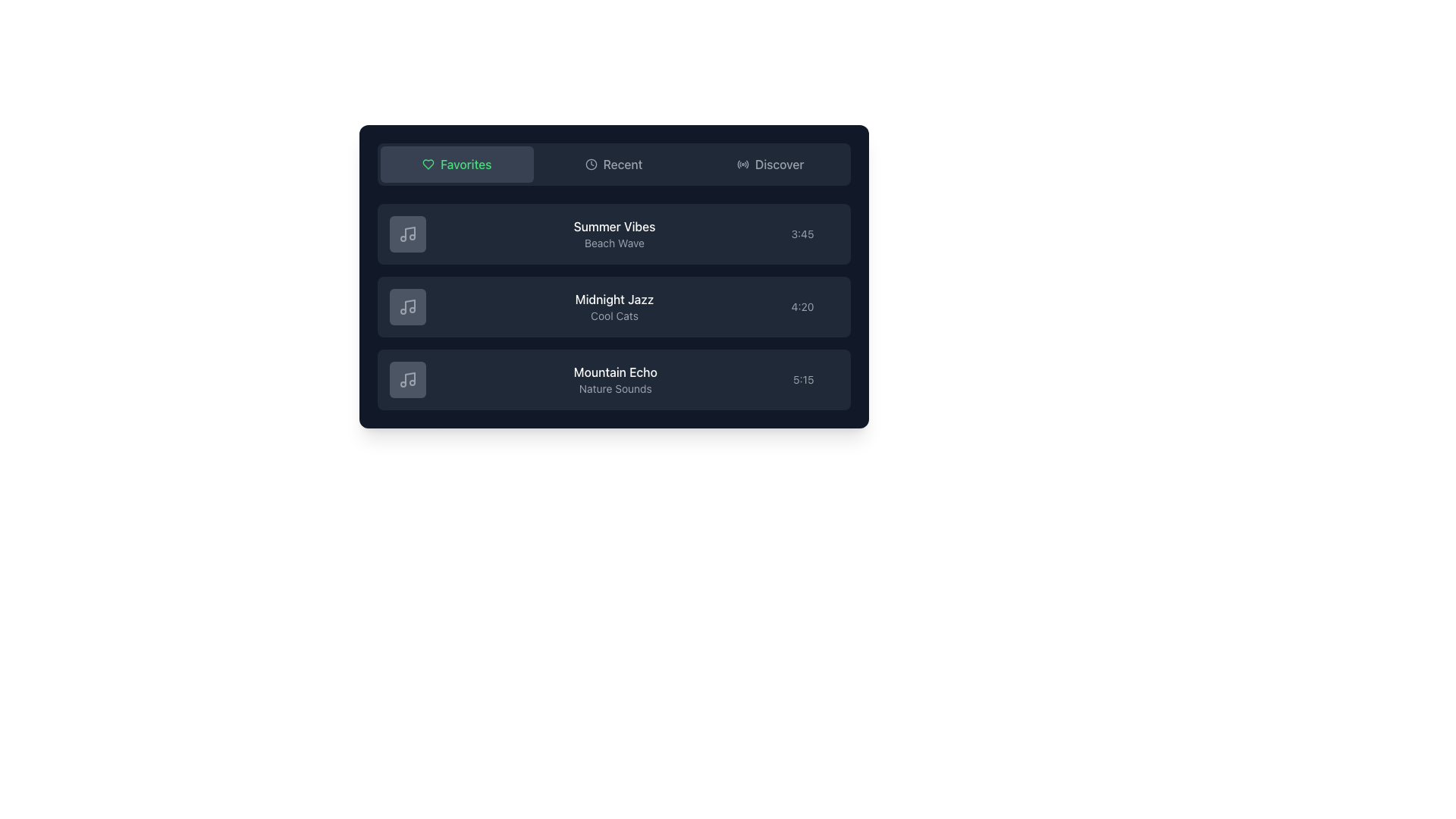 The width and height of the screenshot is (1456, 819). What do you see at coordinates (614, 234) in the screenshot?
I see `the Text label that provides the title and subtitle of a selectable item, located in the second row of a list-like structure, centrally positioned with an icon on the left and a time display on the right` at bounding box center [614, 234].